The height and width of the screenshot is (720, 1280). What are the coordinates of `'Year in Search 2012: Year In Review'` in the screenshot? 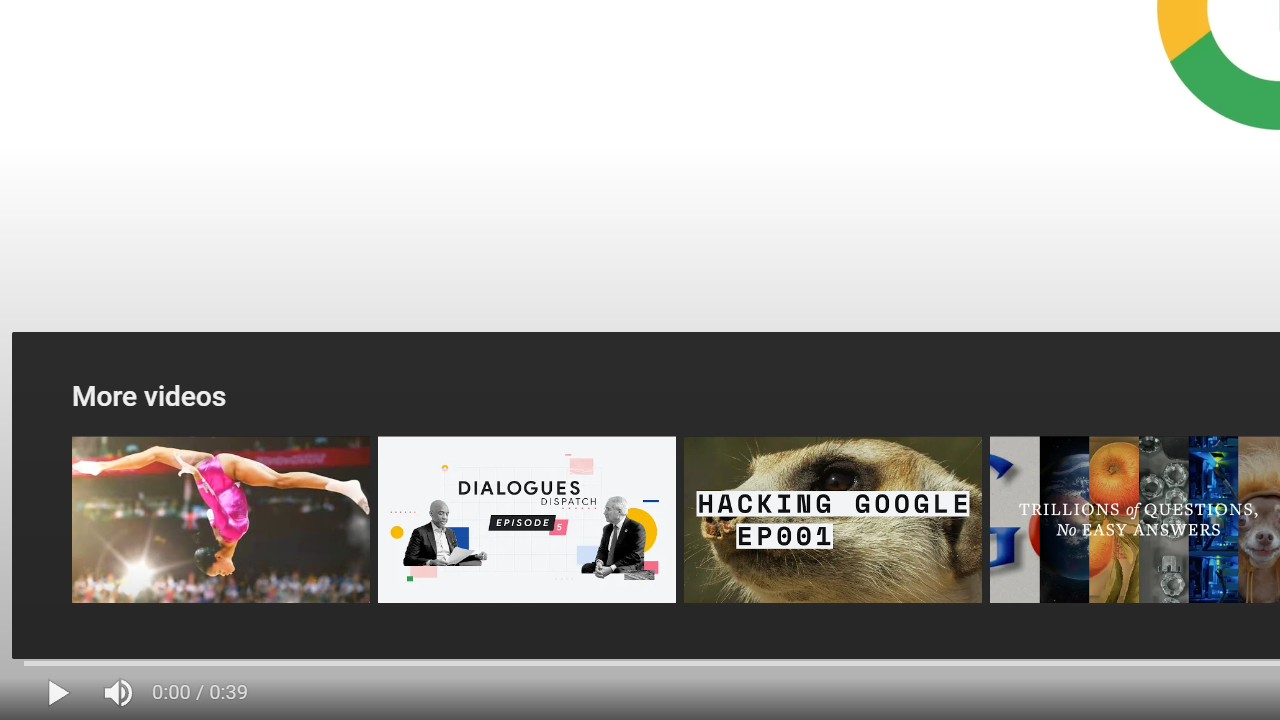 It's located at (220, 518).